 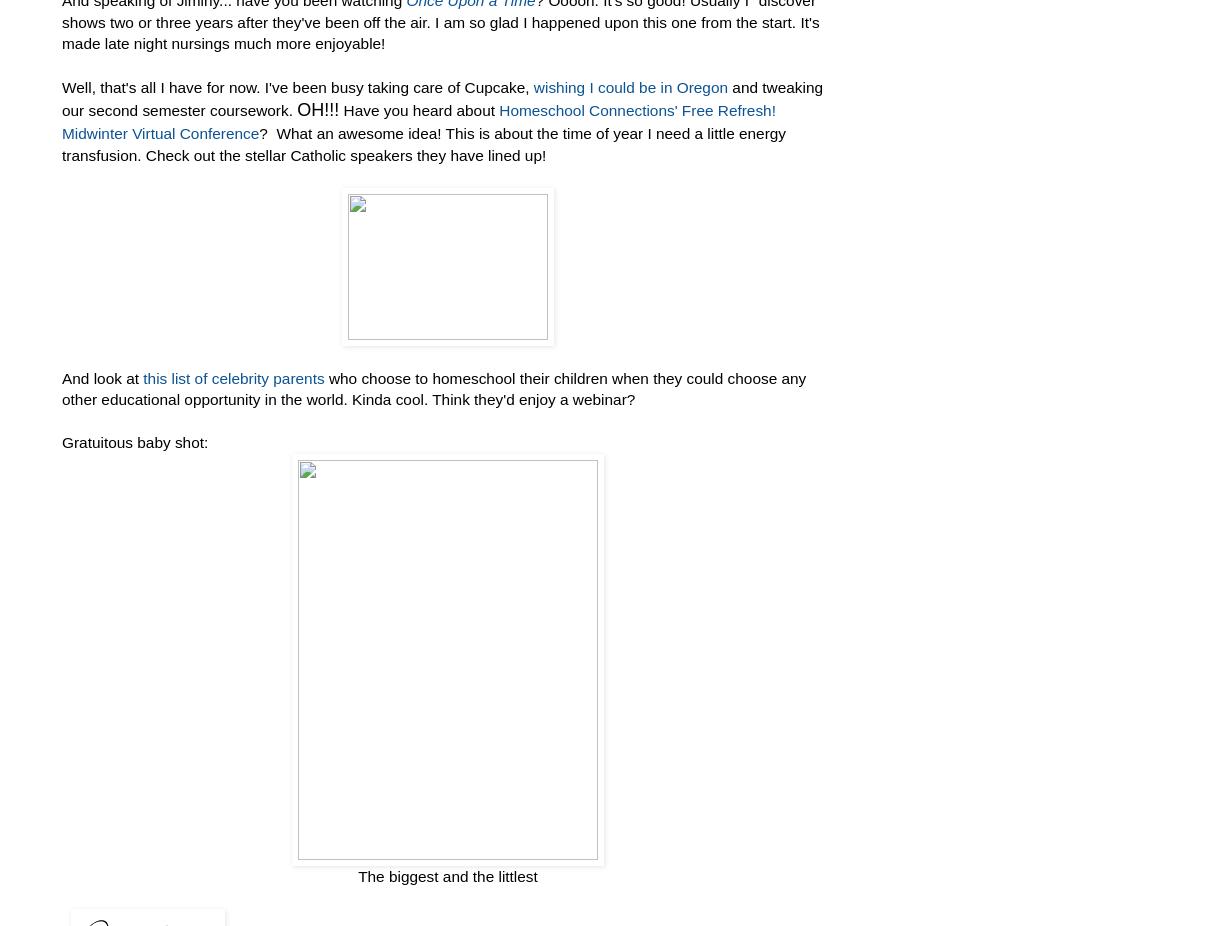 I want to click on 'wishing I could be in Oregon', so click(x=629, y=85).